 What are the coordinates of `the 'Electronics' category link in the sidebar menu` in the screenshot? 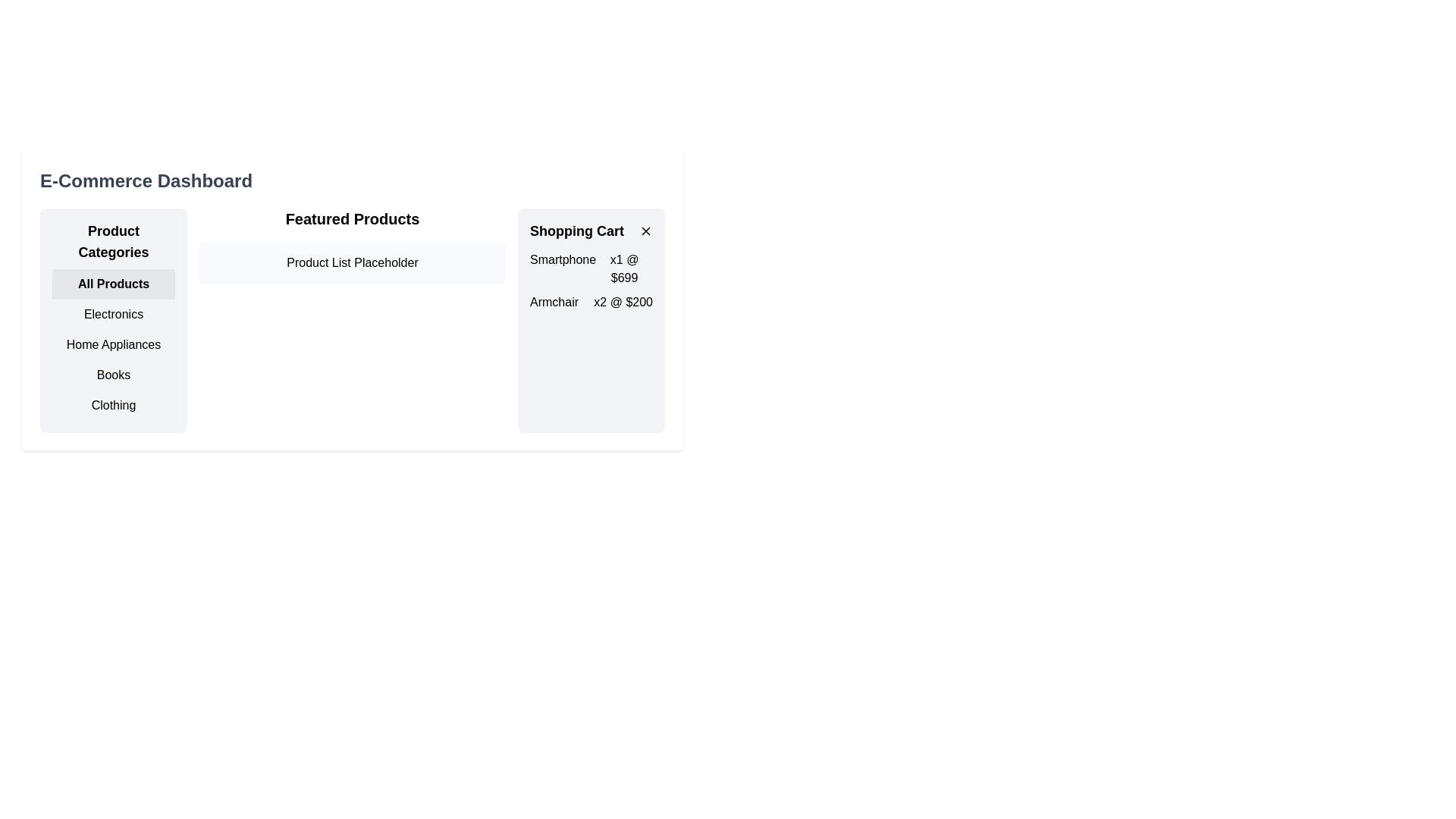 It's located at (112, 314).